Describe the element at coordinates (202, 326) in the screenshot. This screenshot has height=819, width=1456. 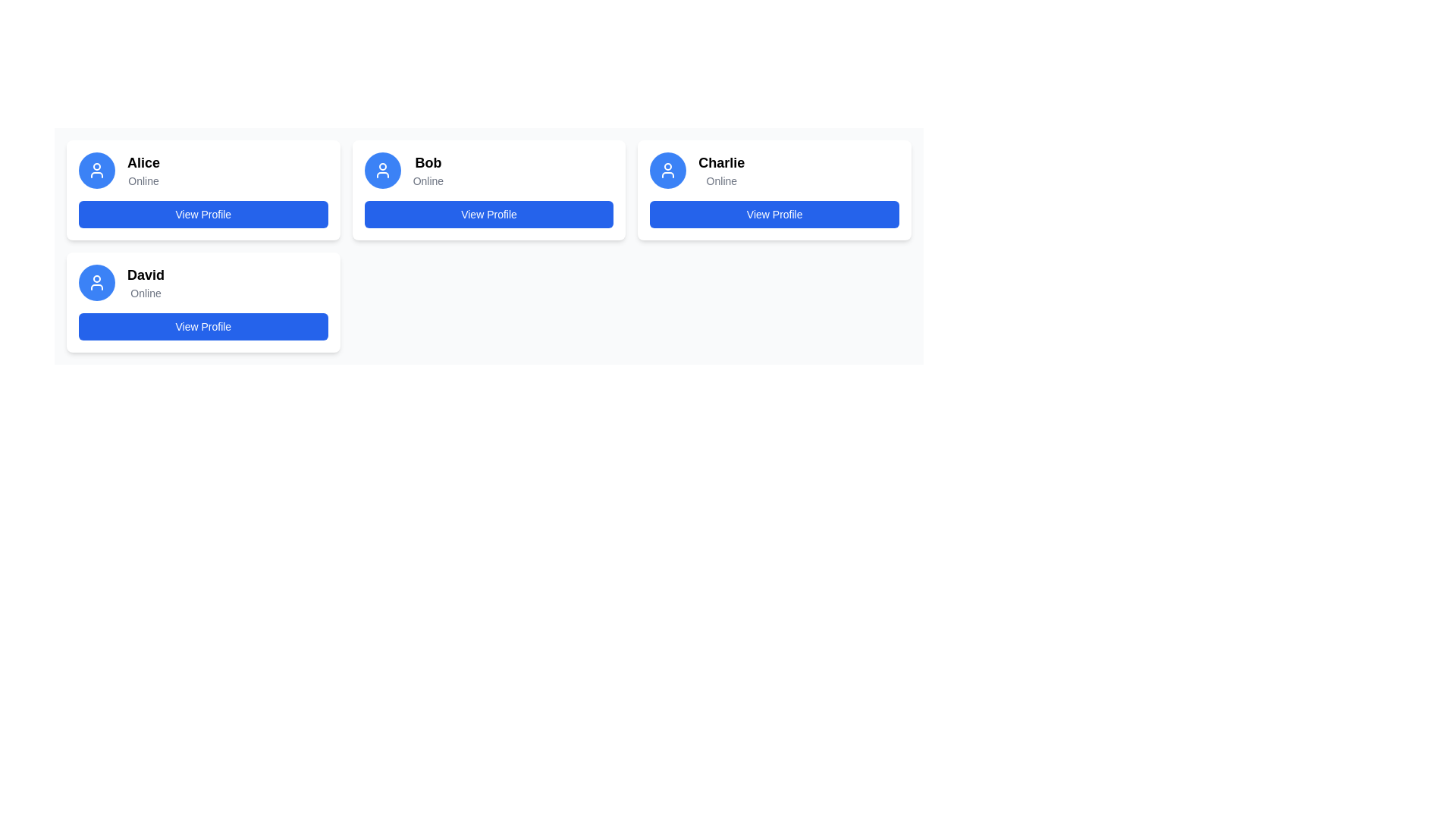
I see `the button for user 'David' located at the bottom of the card displaying his name and status` at that location.